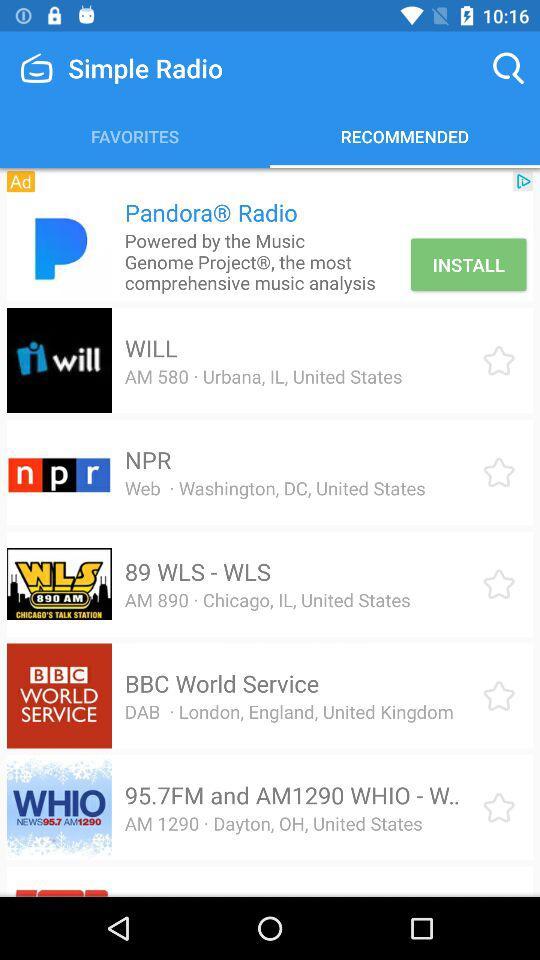 The width and height of the screenshot is (540, 960). What do you see at coordinates (263, 375) in the screenshot?
I see `item above npr` at bounding box center [263, 375].